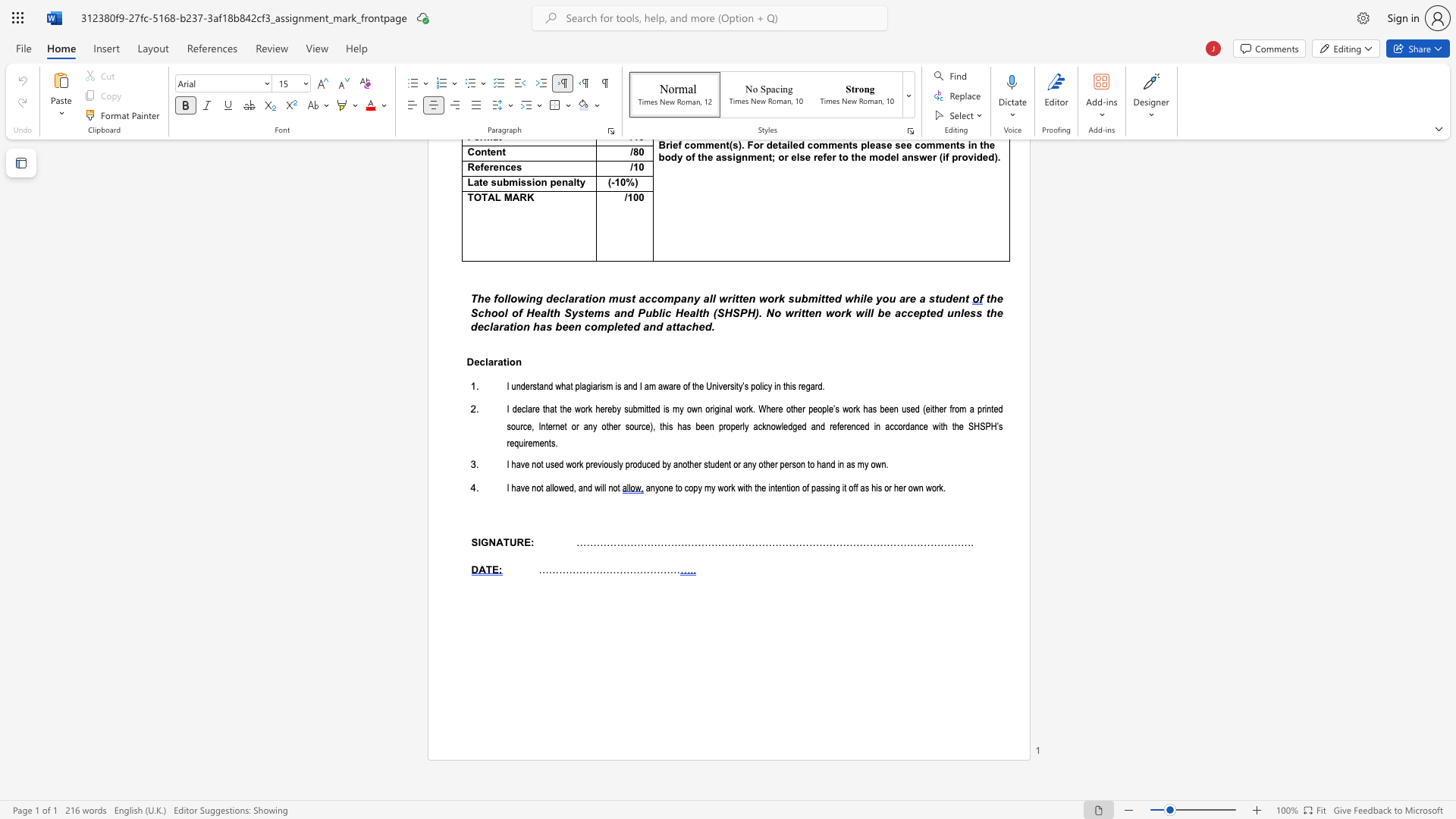 The image size is (1456, 819). Describe the element at coordinates (639, 570) in the screenshot. I see `the subset text "………" within the text "……………………………………"` at that location.